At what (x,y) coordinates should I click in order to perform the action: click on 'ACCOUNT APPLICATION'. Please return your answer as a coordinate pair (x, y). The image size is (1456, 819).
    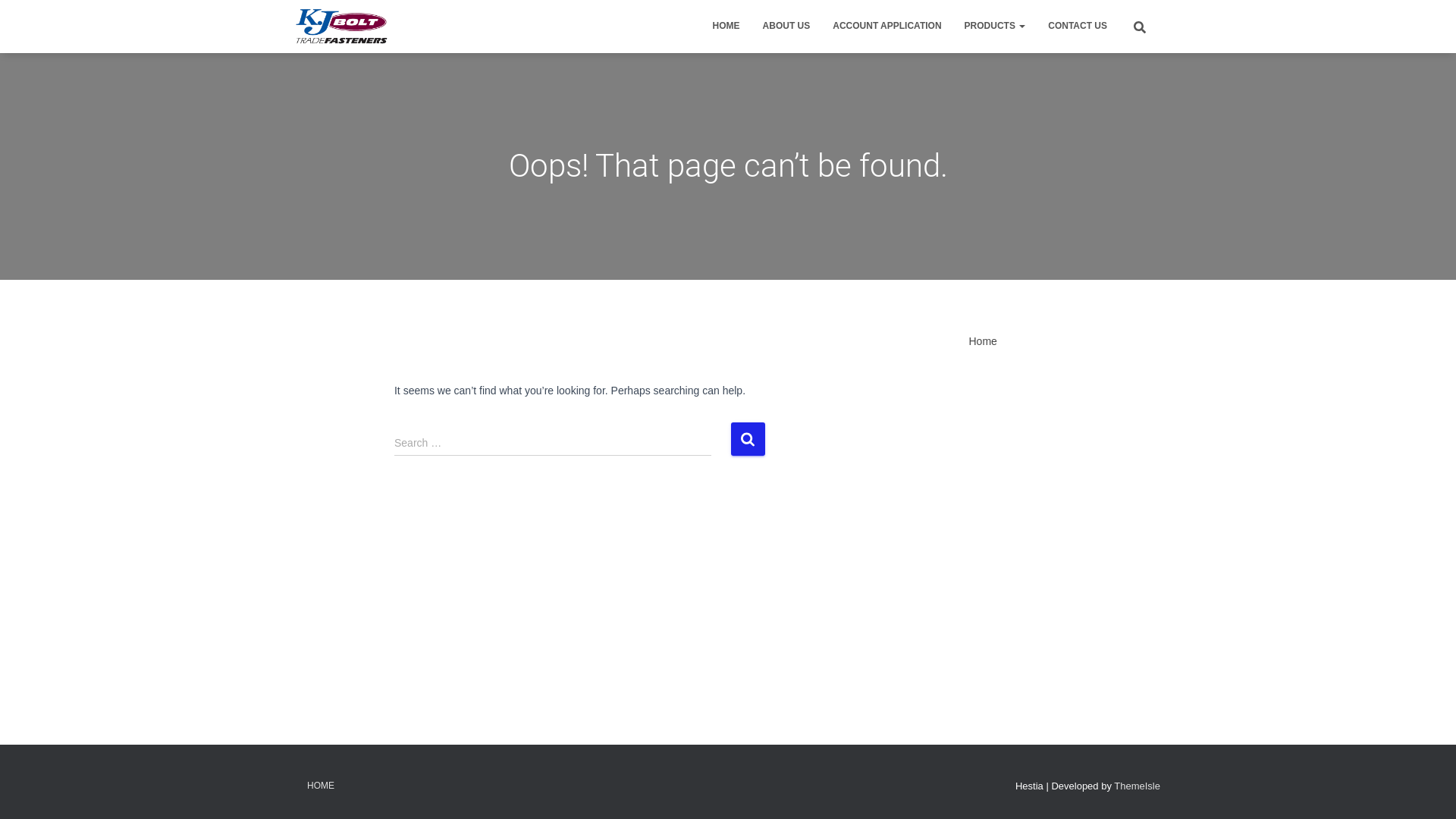
    Looking at the image, I should click on (886, 26).